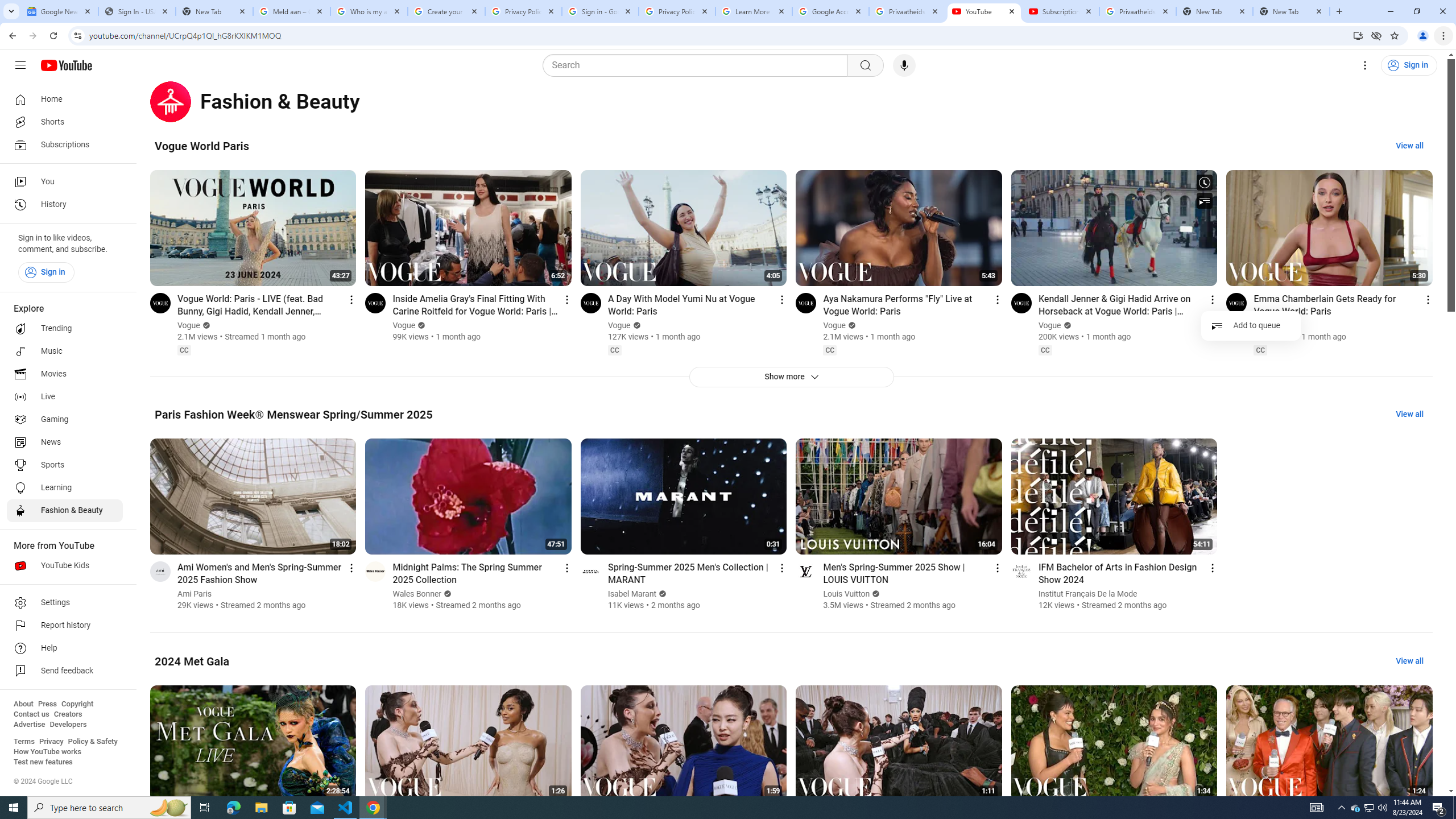  What do you see at coordinates (23, 741) in the screenshot?
I see `'Terms'` at bounding box center [23, 741].